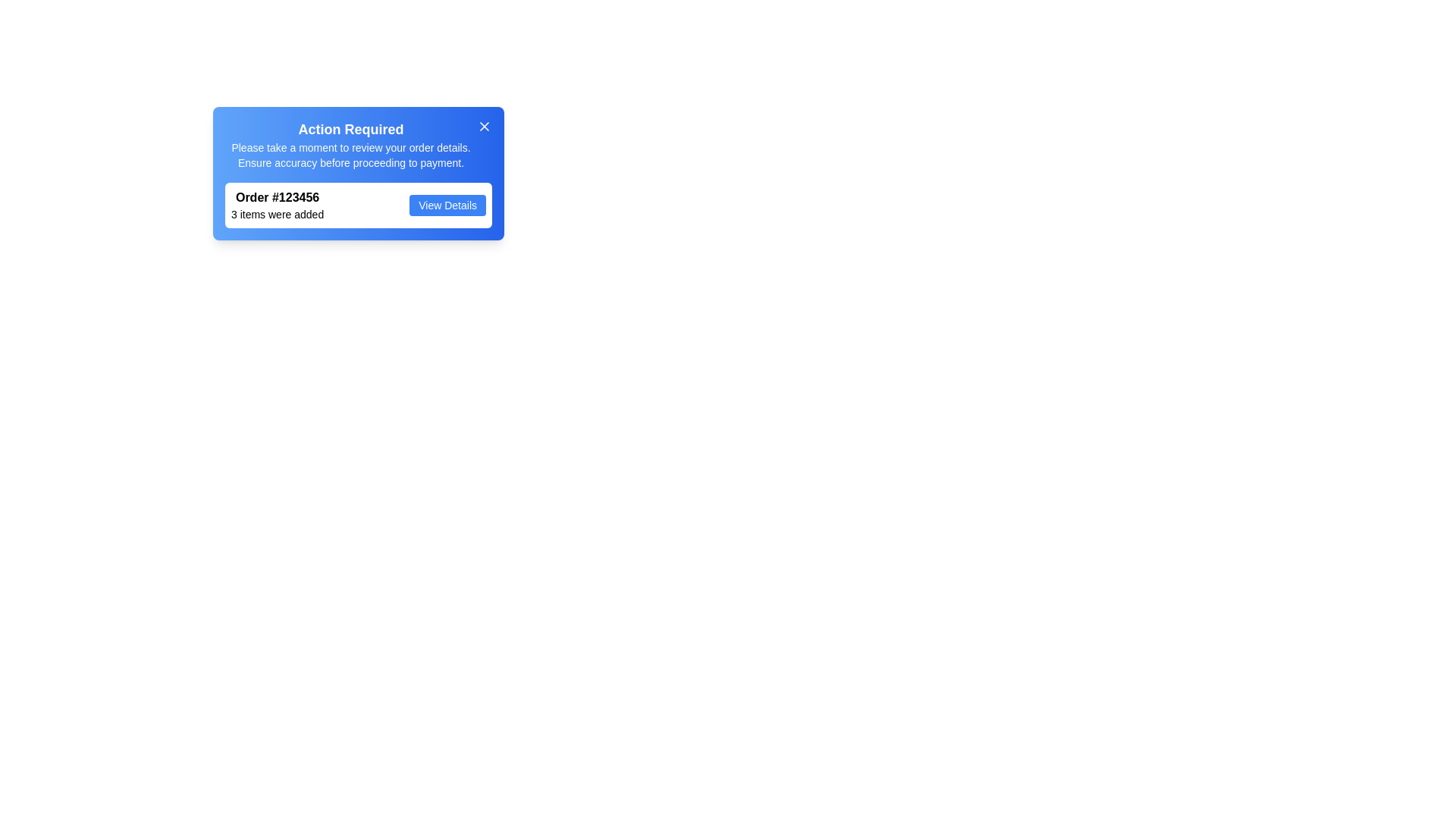  What do you see at coordinates (278, 205) in the screenshot?
I see `order information from the Text Block located within the notification card, positioned beneath the header 'Action Required' and to the left of the 'View Details' button` at bounding box center [278, 205].